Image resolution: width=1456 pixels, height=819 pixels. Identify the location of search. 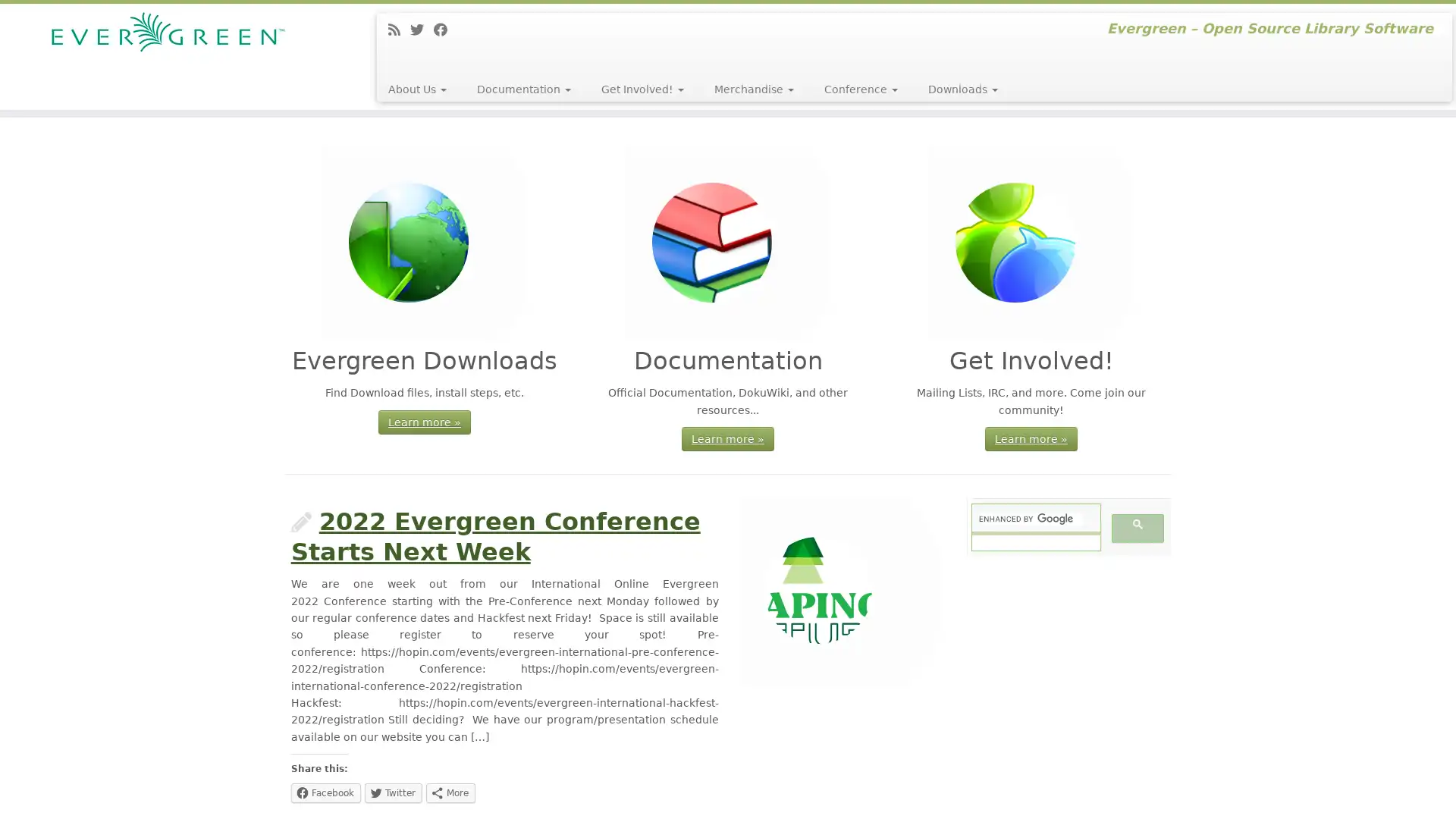
(1137, 526).